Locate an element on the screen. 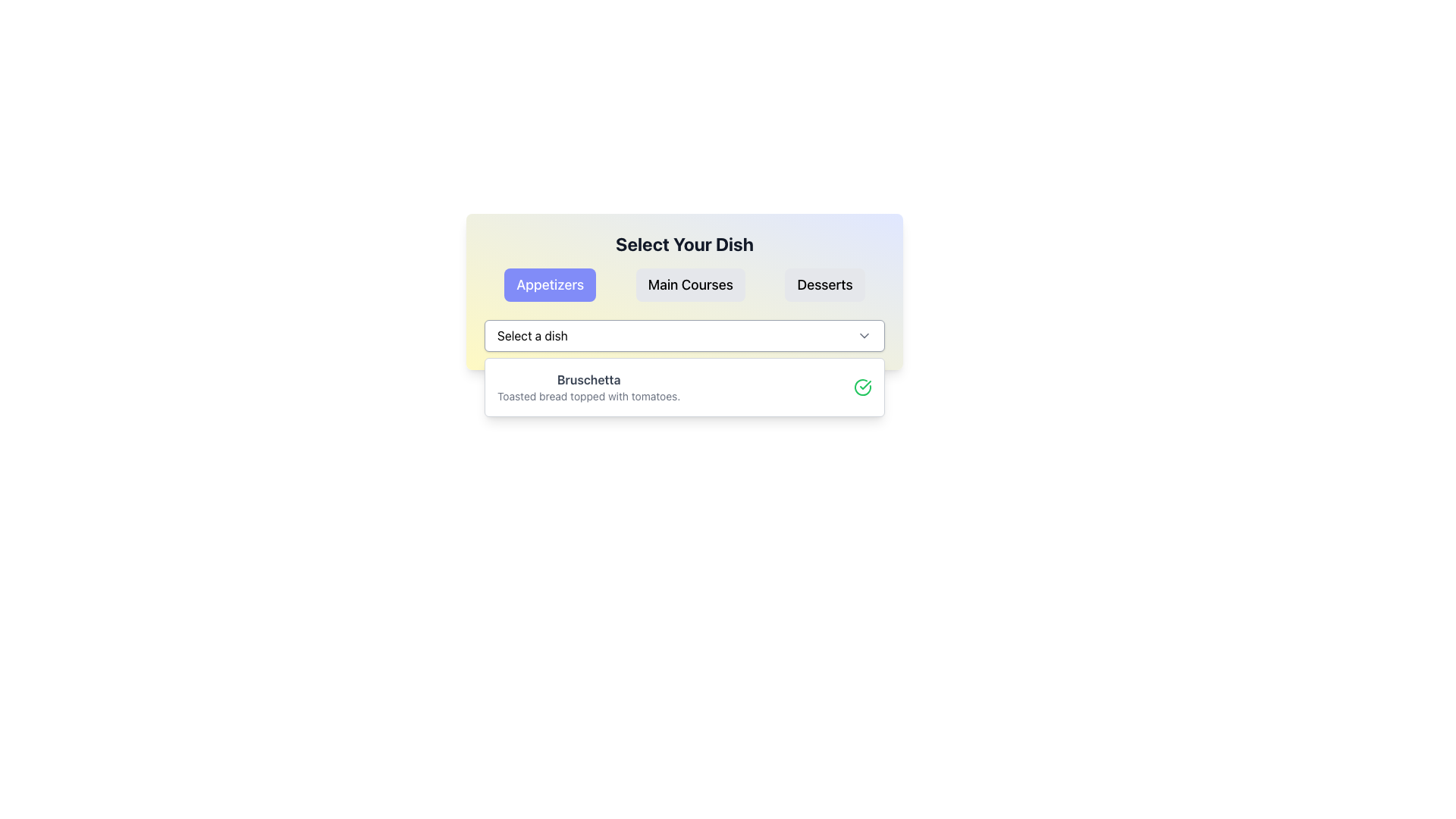  the 'Bruschetta' option in the dropdown list is located at coordinates (683, 386).